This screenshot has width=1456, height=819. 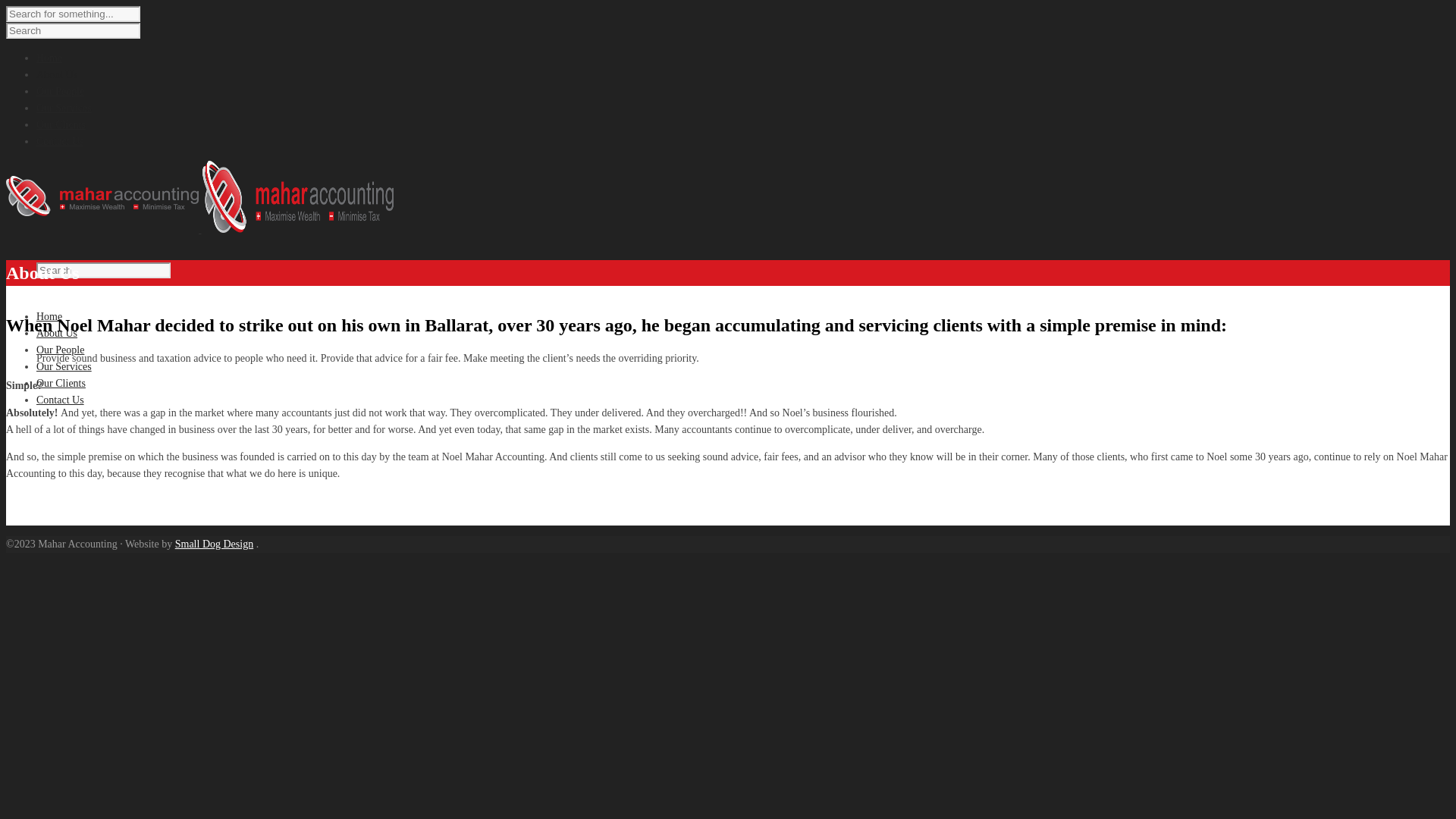 I want to click on 'About Us', so click(x=57, y=74).